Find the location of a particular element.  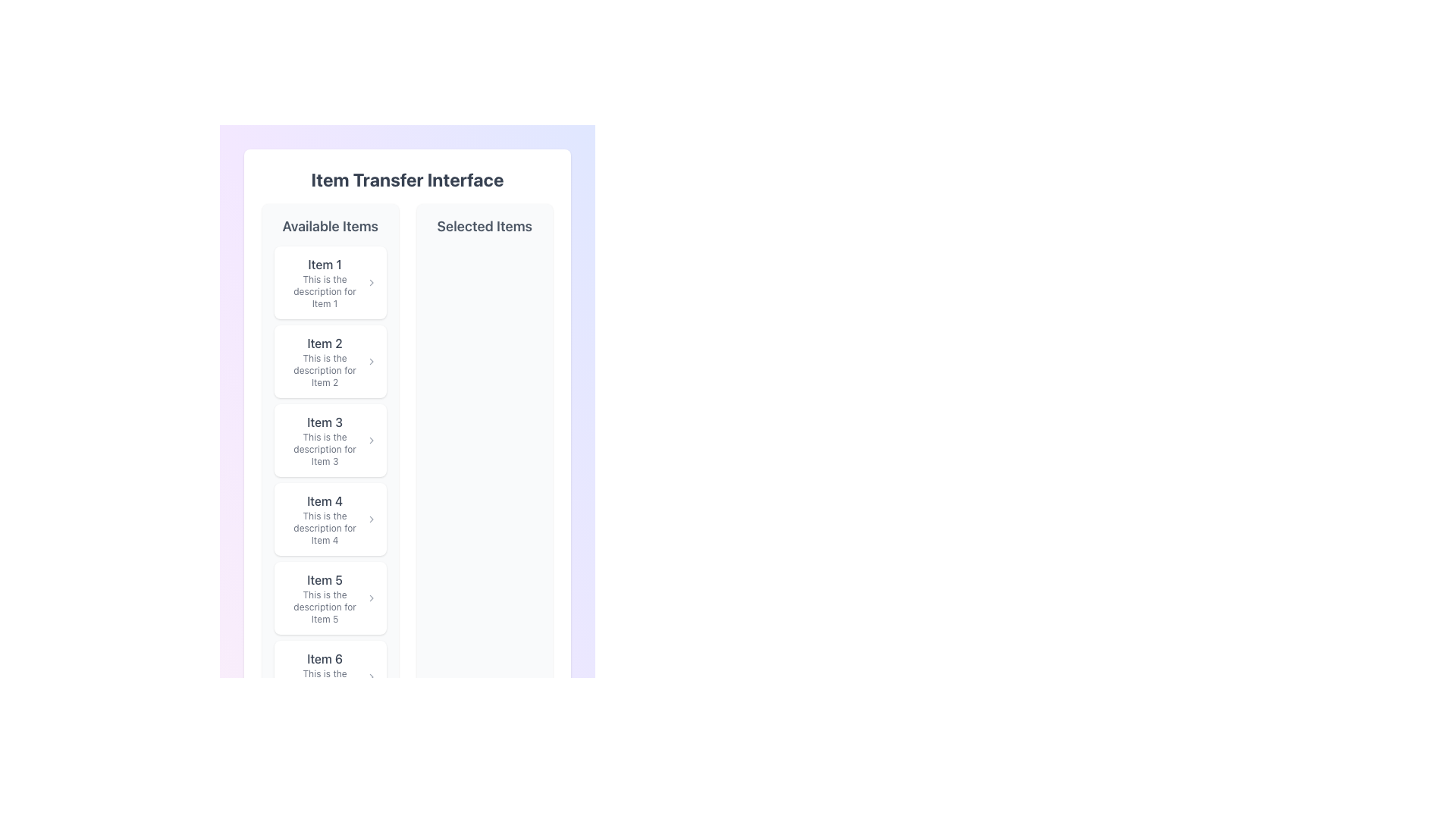

the first list item labeled 'Item 1' in the 'Available Items' column of the 'Item Transfer Interface' is located at coordinates (329, 283).